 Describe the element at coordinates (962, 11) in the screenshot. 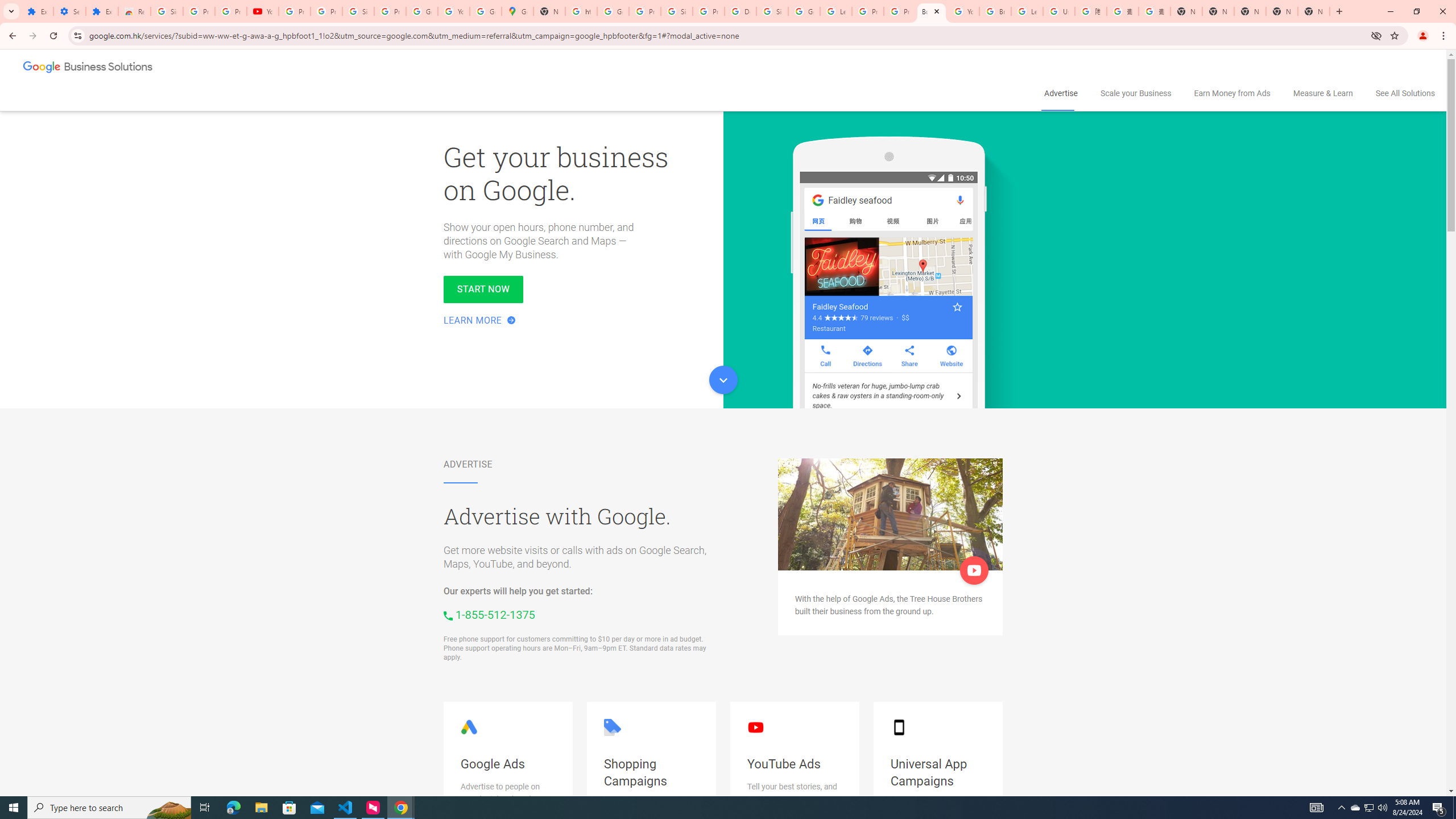

I see `'YouTube'` at that location.